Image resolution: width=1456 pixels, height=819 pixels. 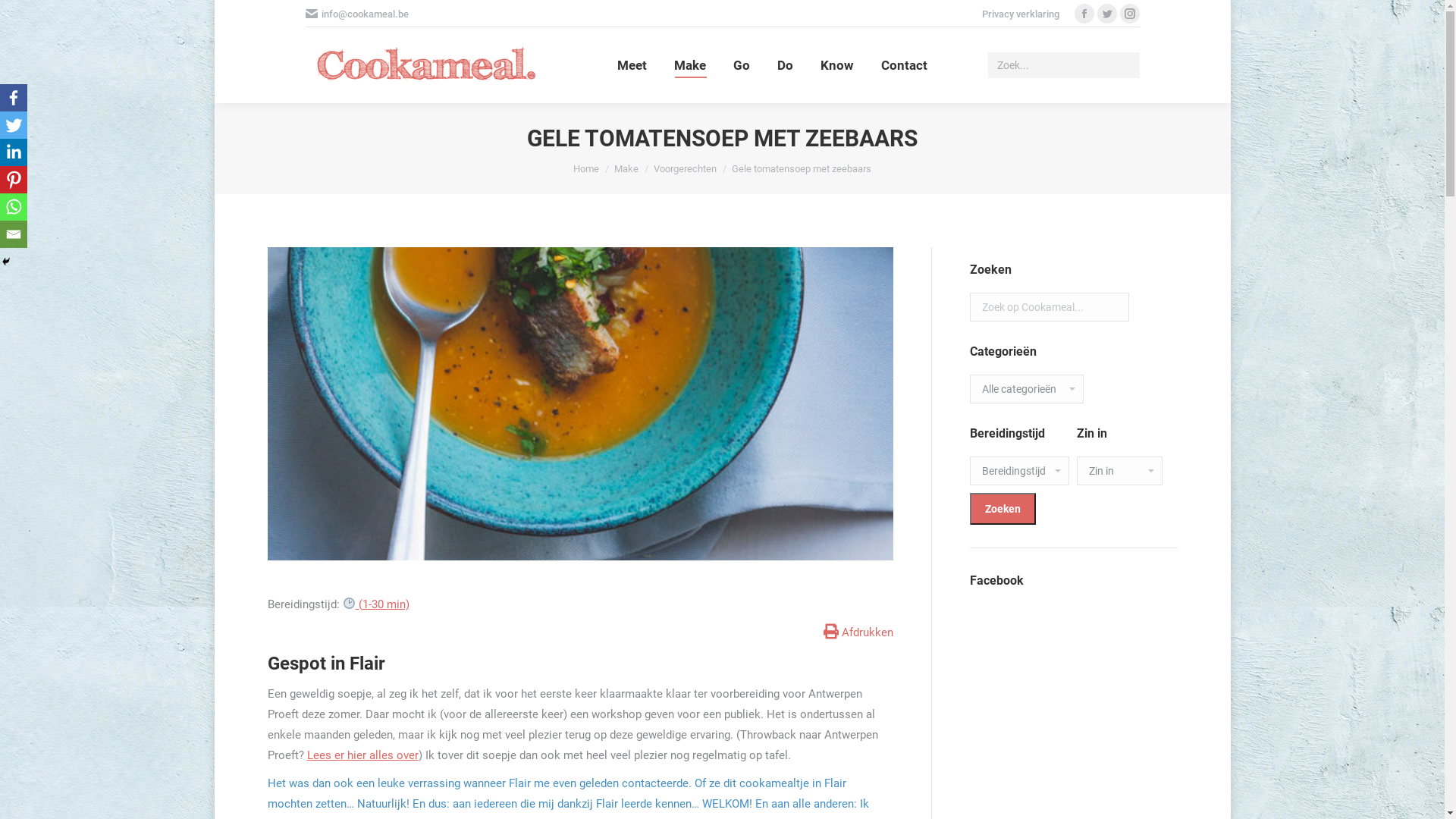 What do you see at coordinates (1002, 509) in the screenshot?
I see `'Zoeken'` at bounding box center [1002, 509].